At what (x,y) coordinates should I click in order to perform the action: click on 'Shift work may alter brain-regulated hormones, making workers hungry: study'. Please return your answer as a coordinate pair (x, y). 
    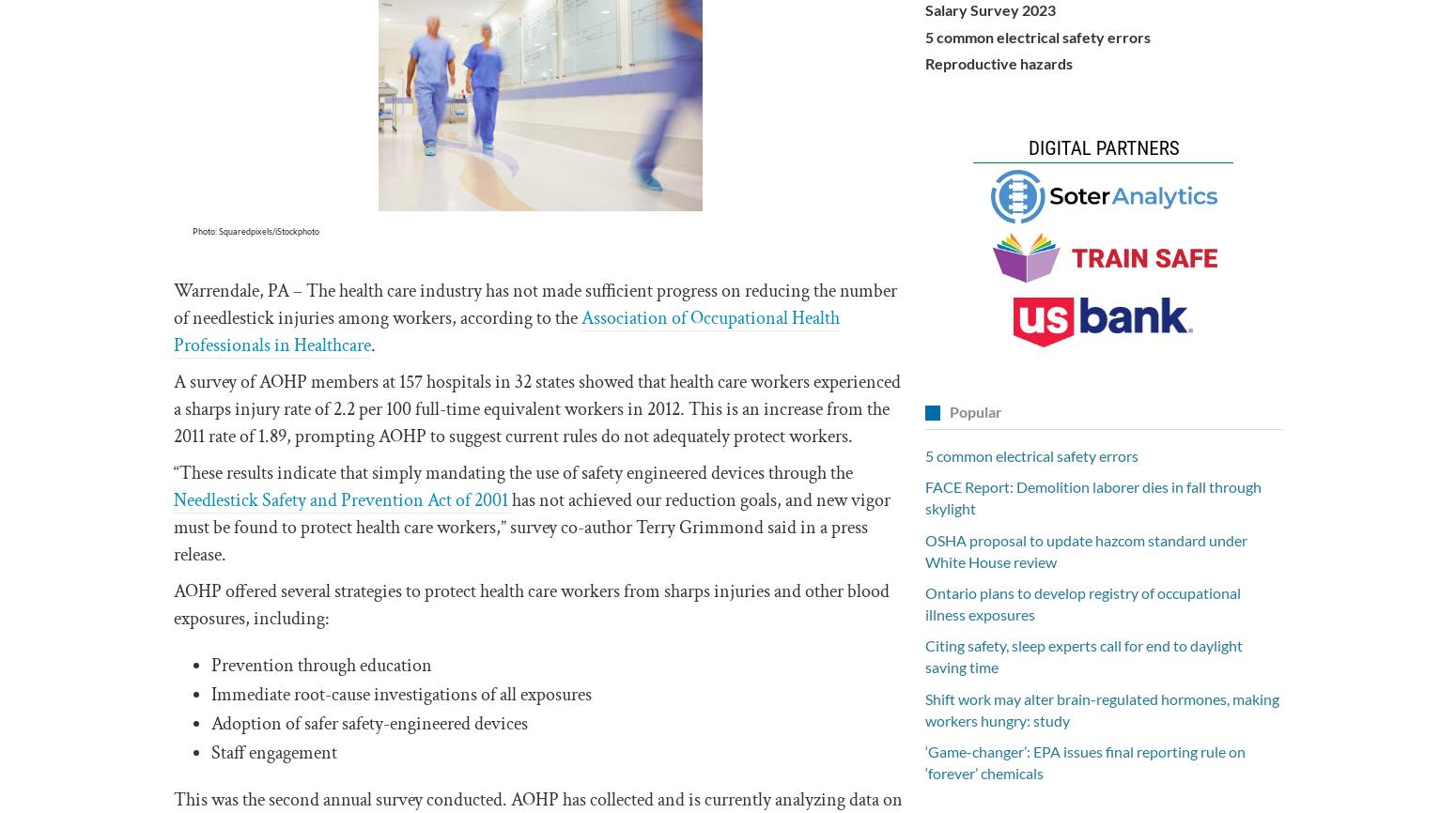
    Looking at the image, I should click on (1102, 707).